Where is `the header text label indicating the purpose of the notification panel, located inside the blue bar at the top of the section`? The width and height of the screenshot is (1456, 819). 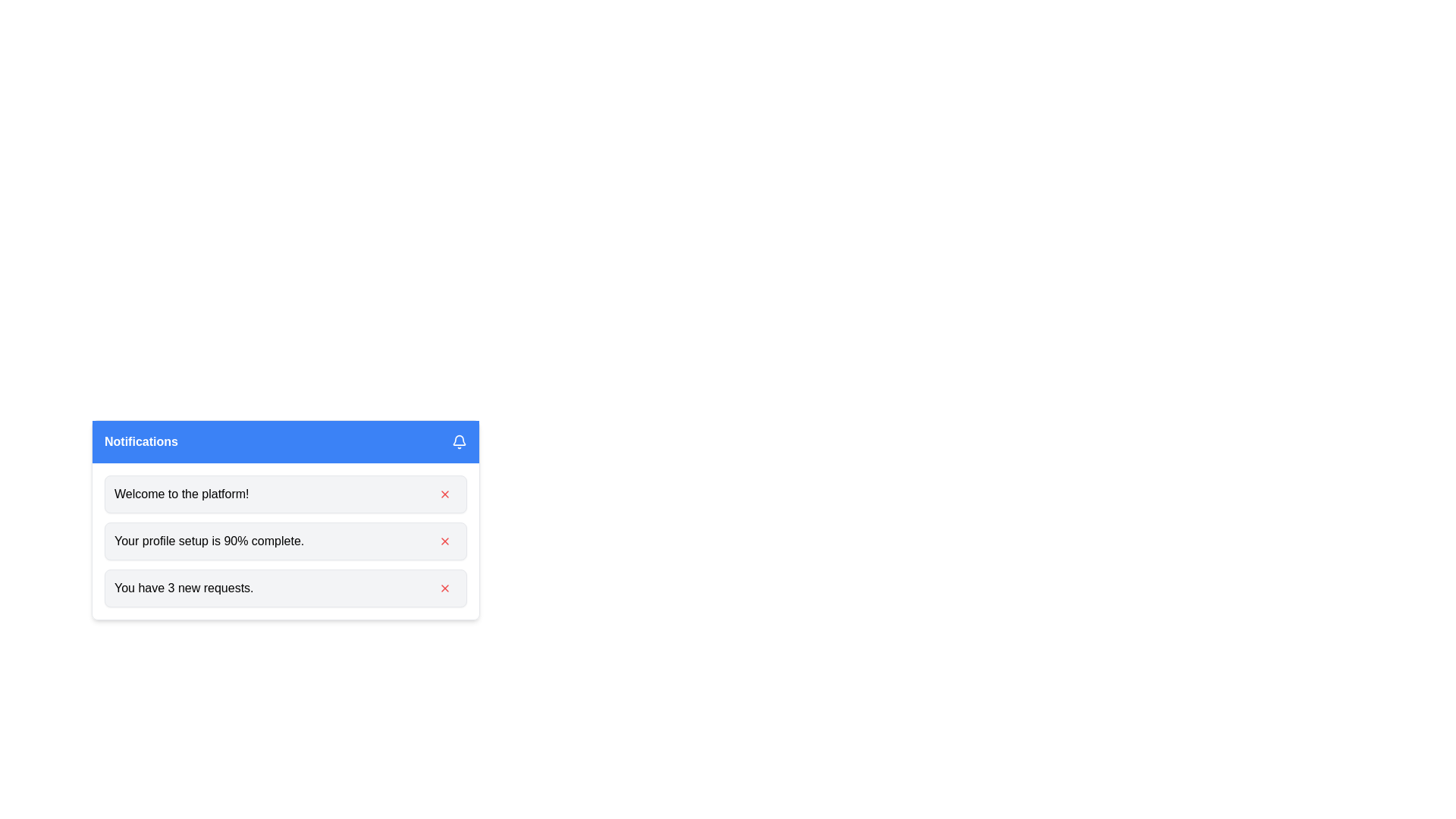 the header text label indicating the purpose of the notification panel, located inside the blue bar at the top of the section is located at coordinates (141, 441).